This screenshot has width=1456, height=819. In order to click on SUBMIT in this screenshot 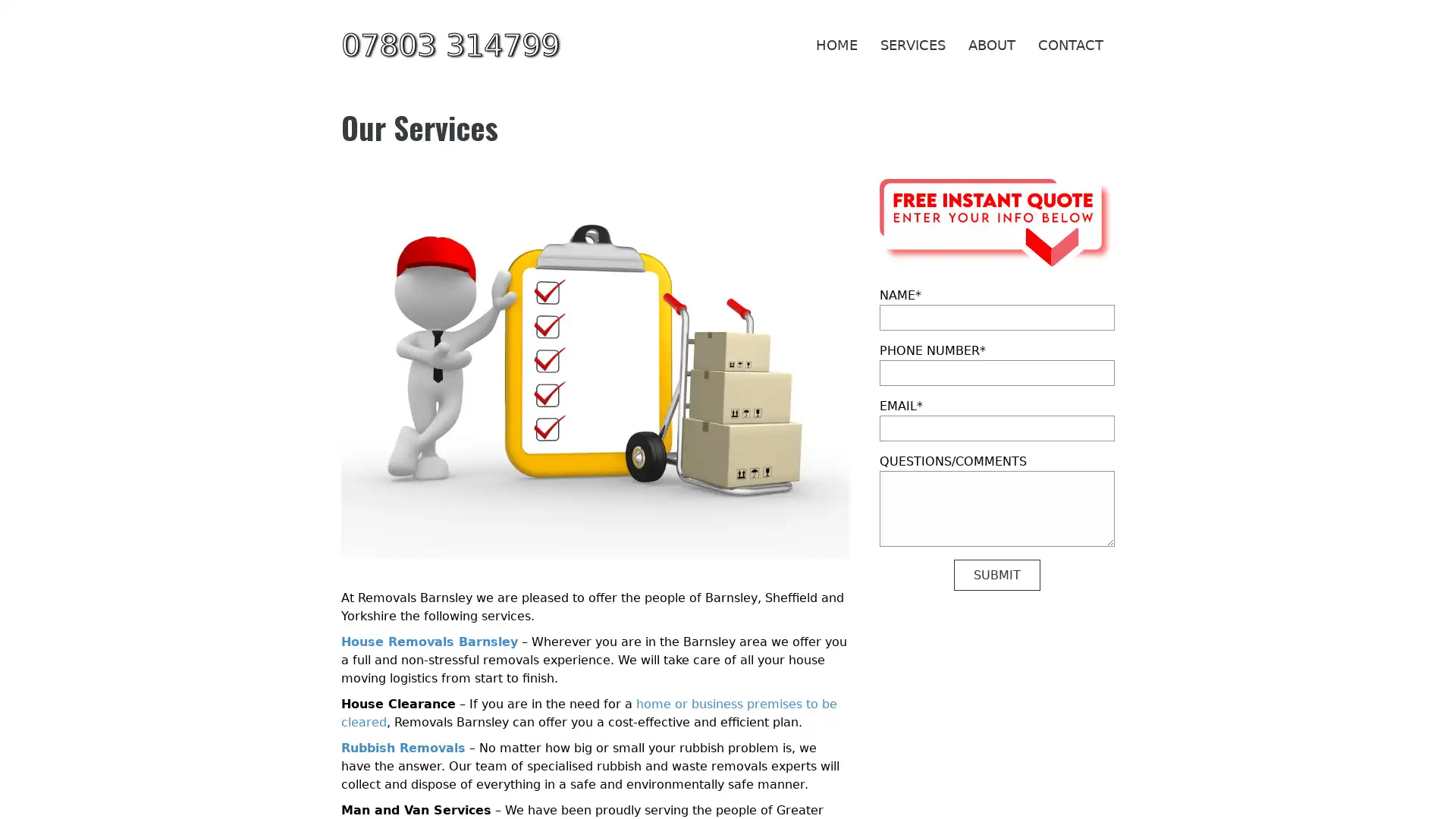, I will do `click(996, 575)`.